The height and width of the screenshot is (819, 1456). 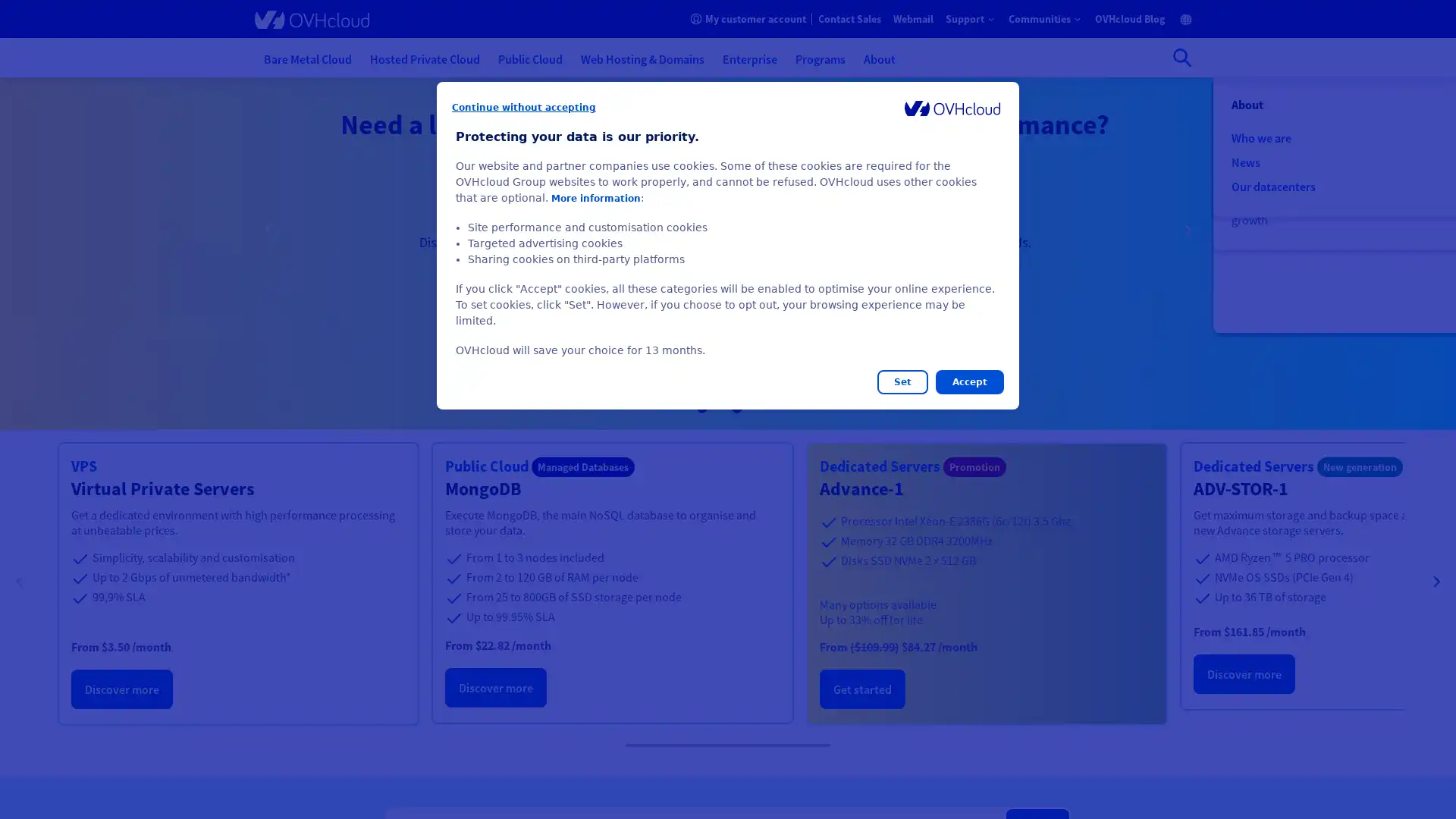 I want to click on Discover more, so click(x=495, y=687).